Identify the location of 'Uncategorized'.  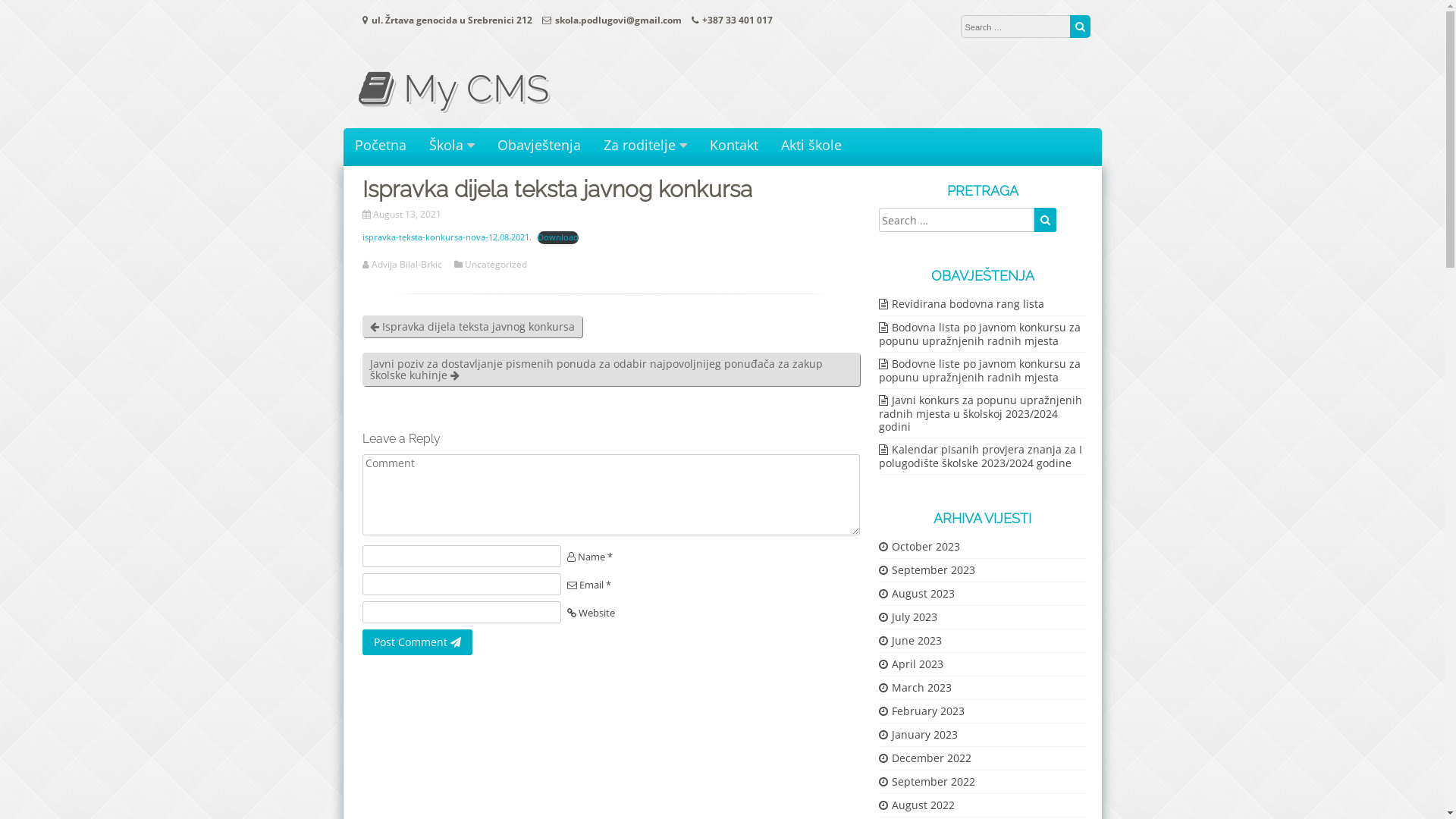
(496, 263).